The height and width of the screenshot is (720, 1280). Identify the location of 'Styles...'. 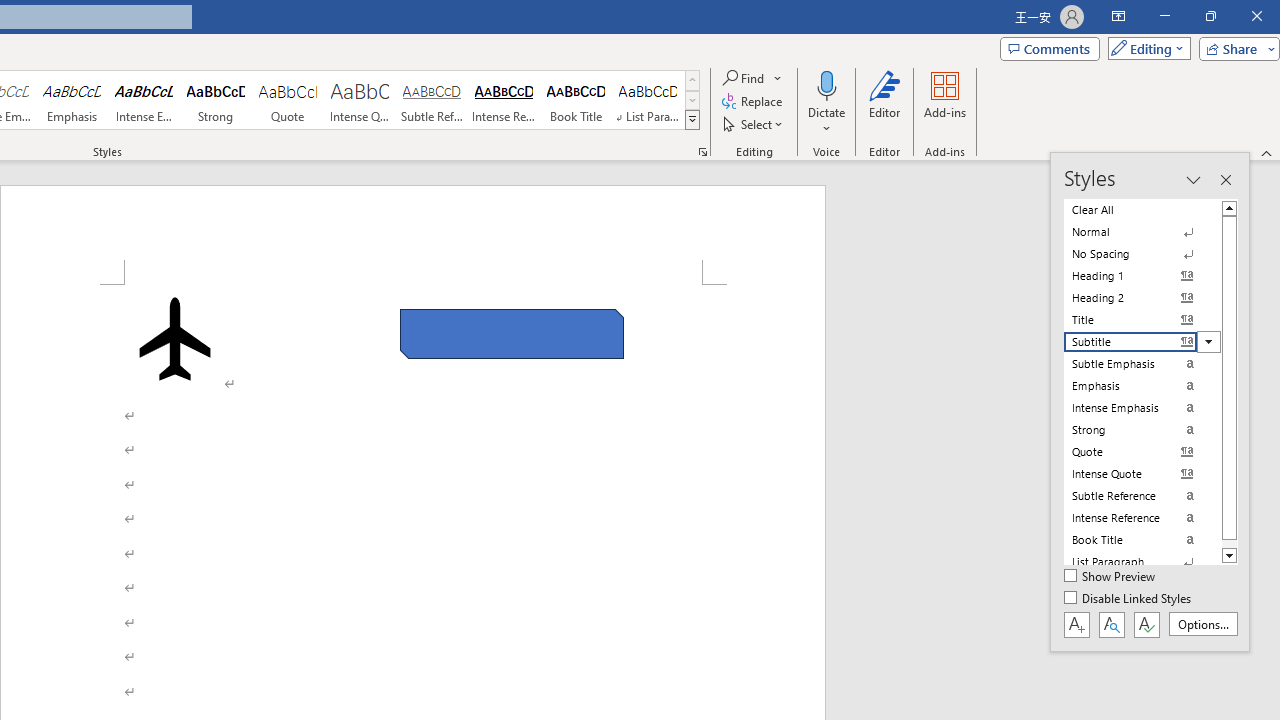
(702, 150).